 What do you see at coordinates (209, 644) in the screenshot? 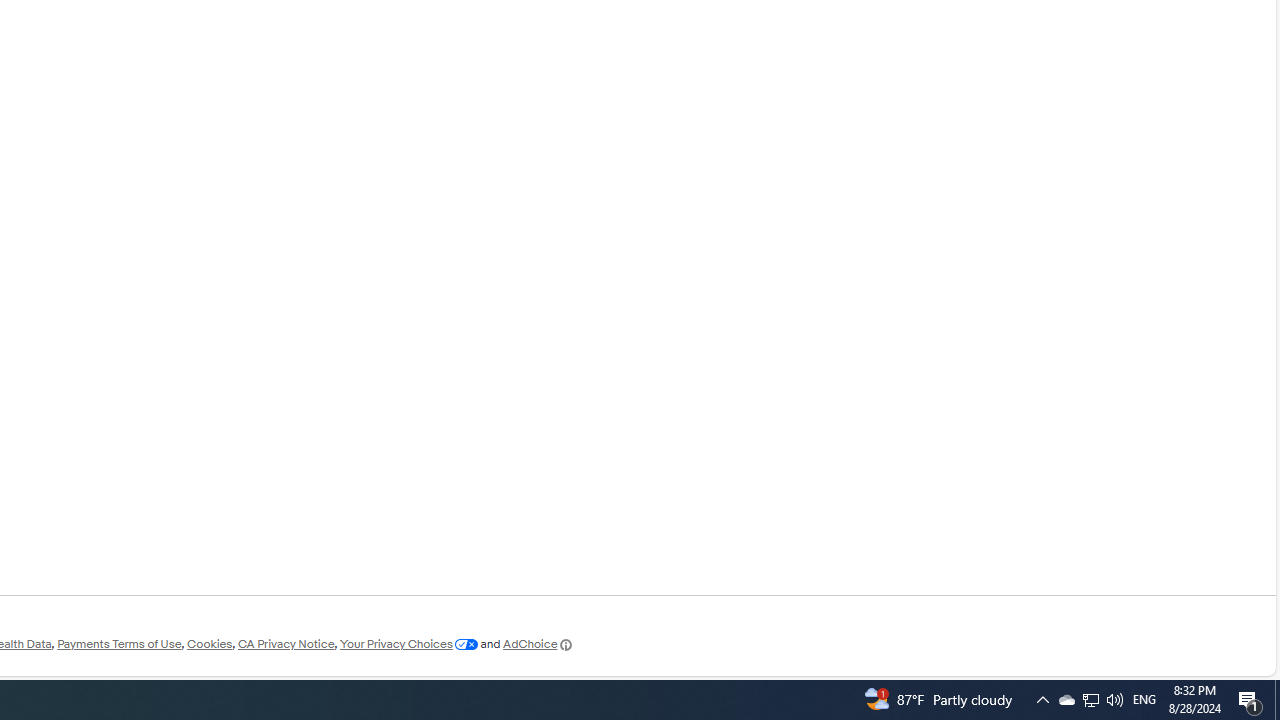
I see `'Cookies'` at bounding box center [209, 644].